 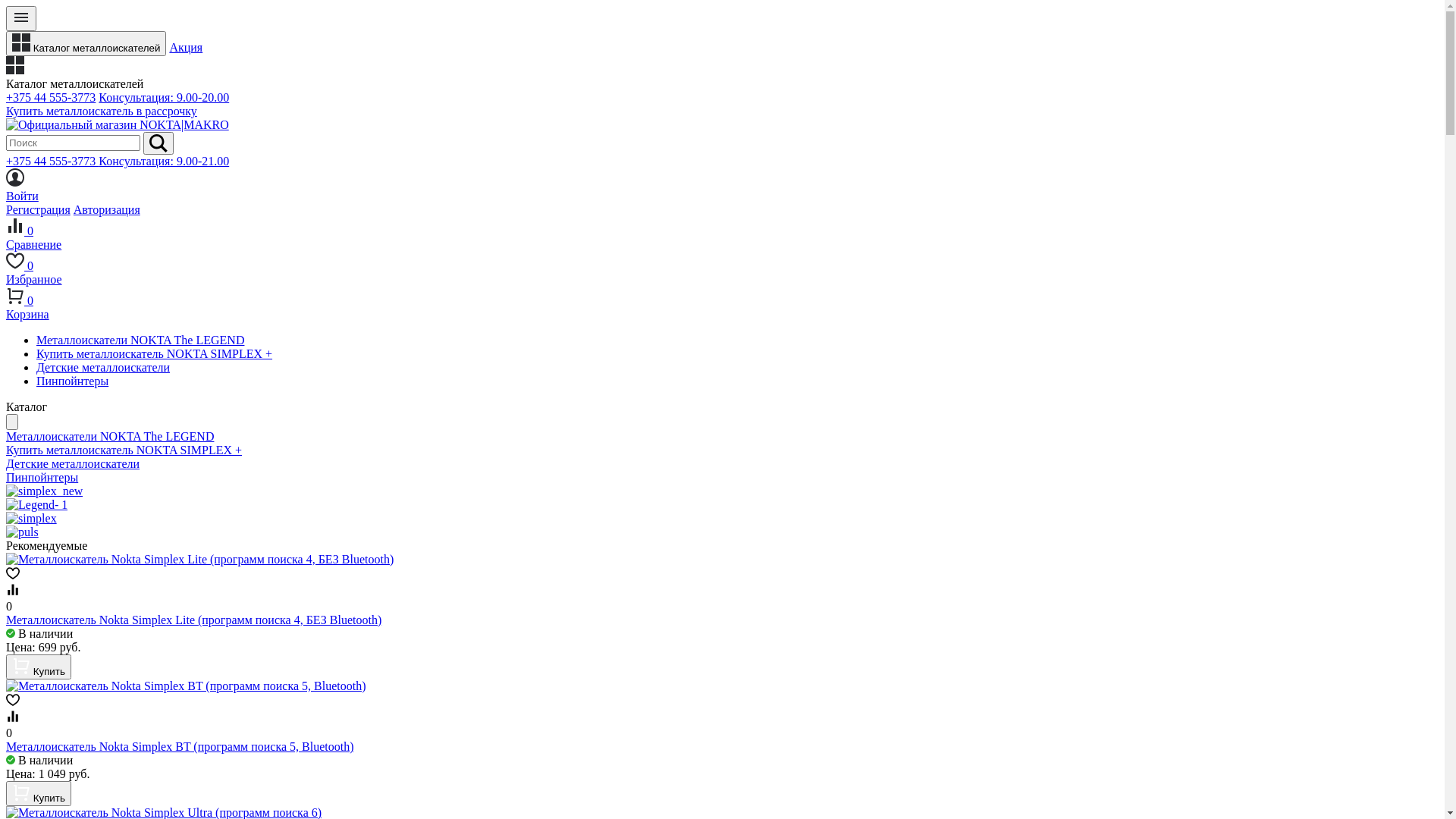 I want to click on '+375 44 555-3773', so click(x=51, y=97).